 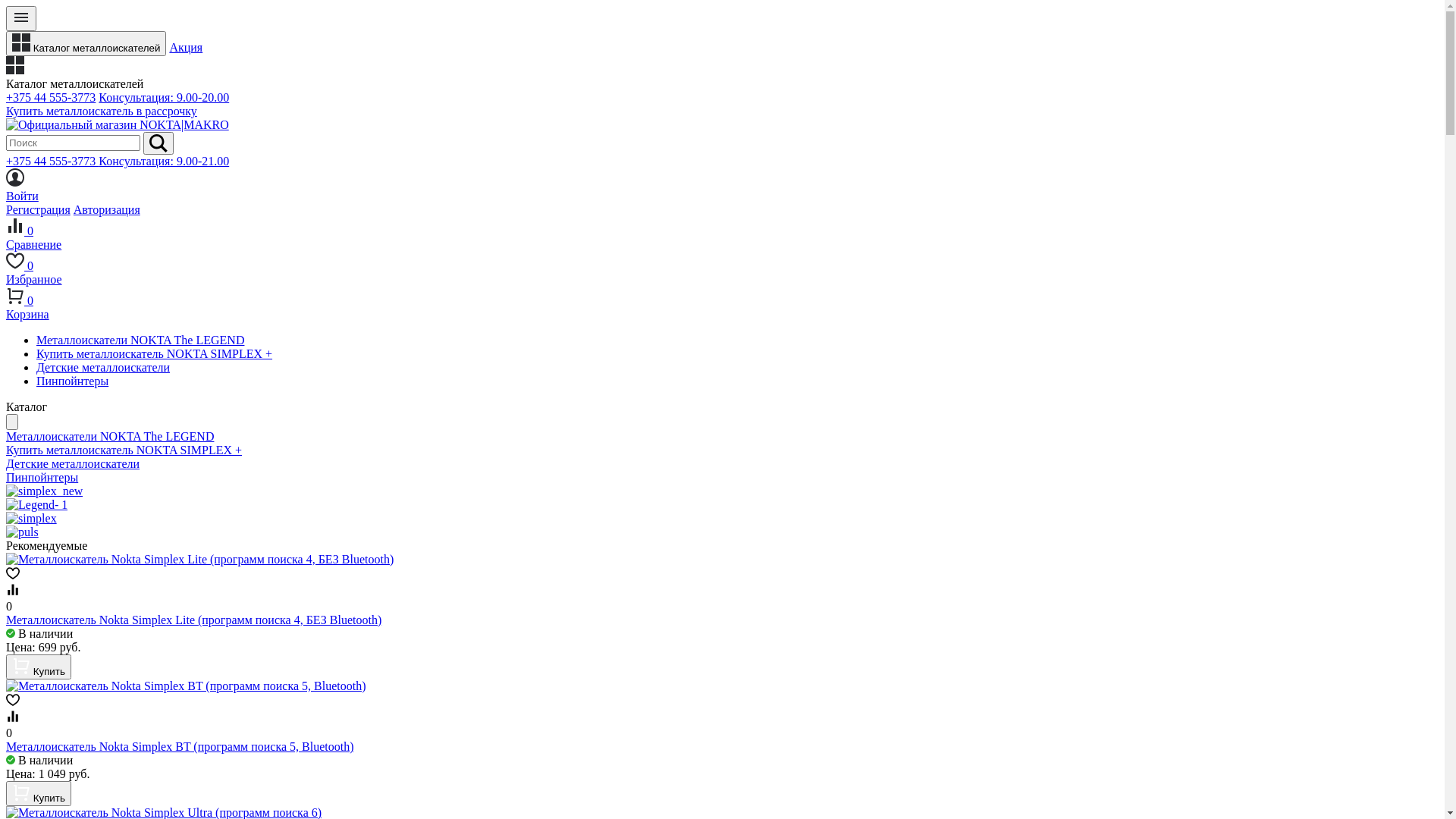 I want to click on '+375 44 555-3773', so click(x=51, y=97).